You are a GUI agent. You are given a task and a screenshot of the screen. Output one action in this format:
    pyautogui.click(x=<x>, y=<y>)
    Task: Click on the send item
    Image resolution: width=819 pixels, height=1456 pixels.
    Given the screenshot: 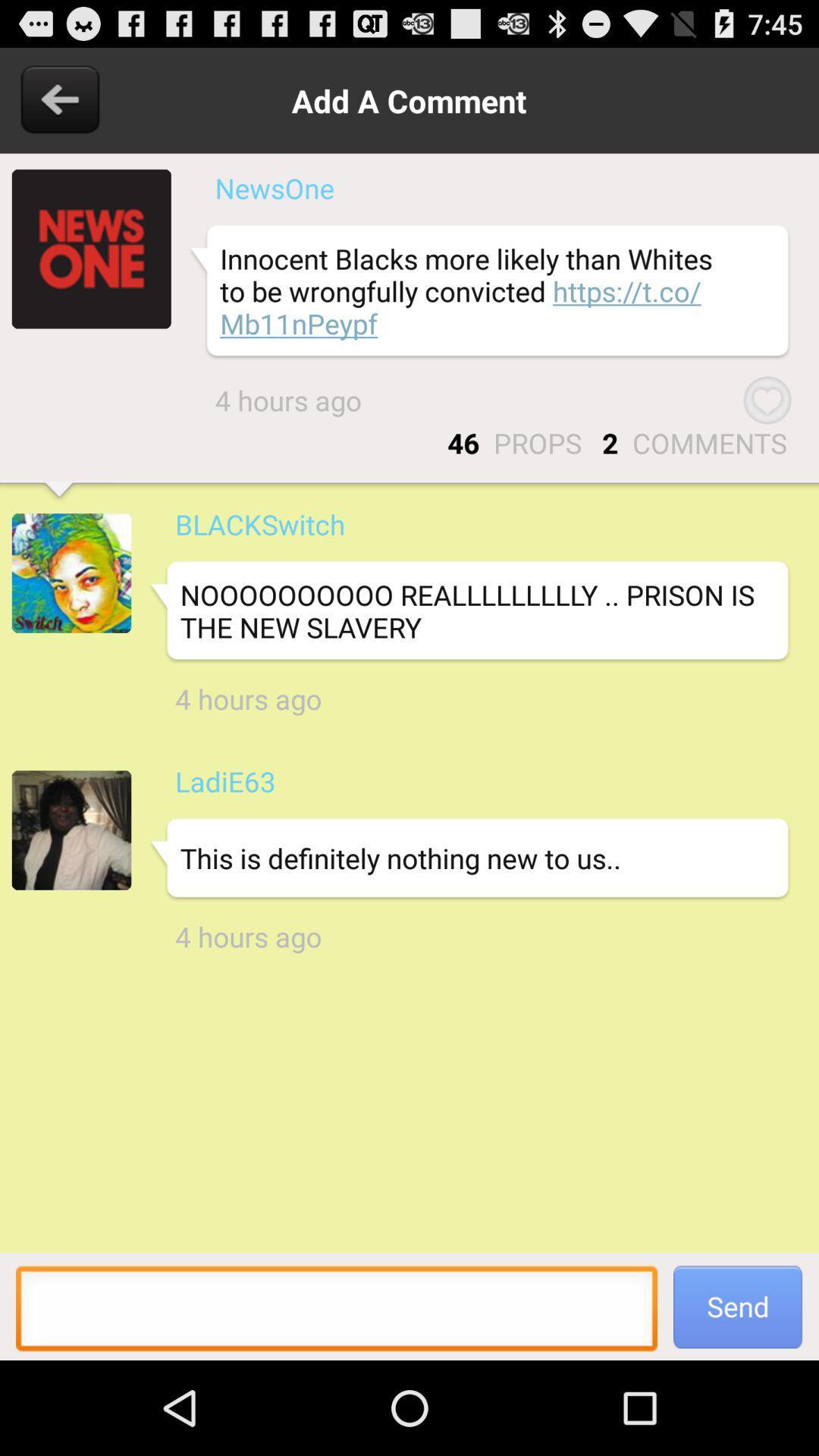 What is the action you would take?
    pyautogui.click(x=737, y=1306)
    